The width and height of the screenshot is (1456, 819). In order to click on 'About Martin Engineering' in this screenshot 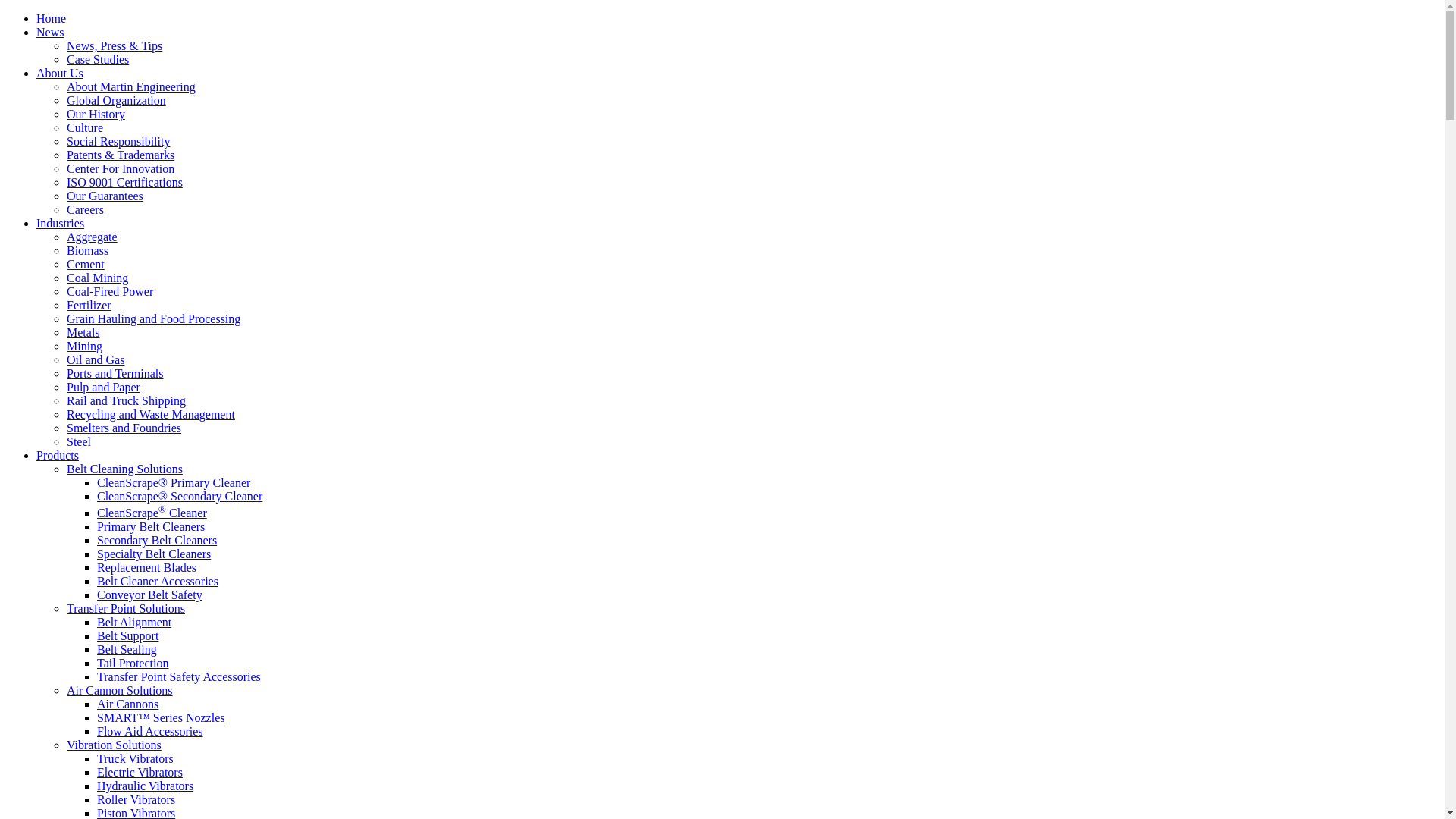, I will do `click(130, 86)`.